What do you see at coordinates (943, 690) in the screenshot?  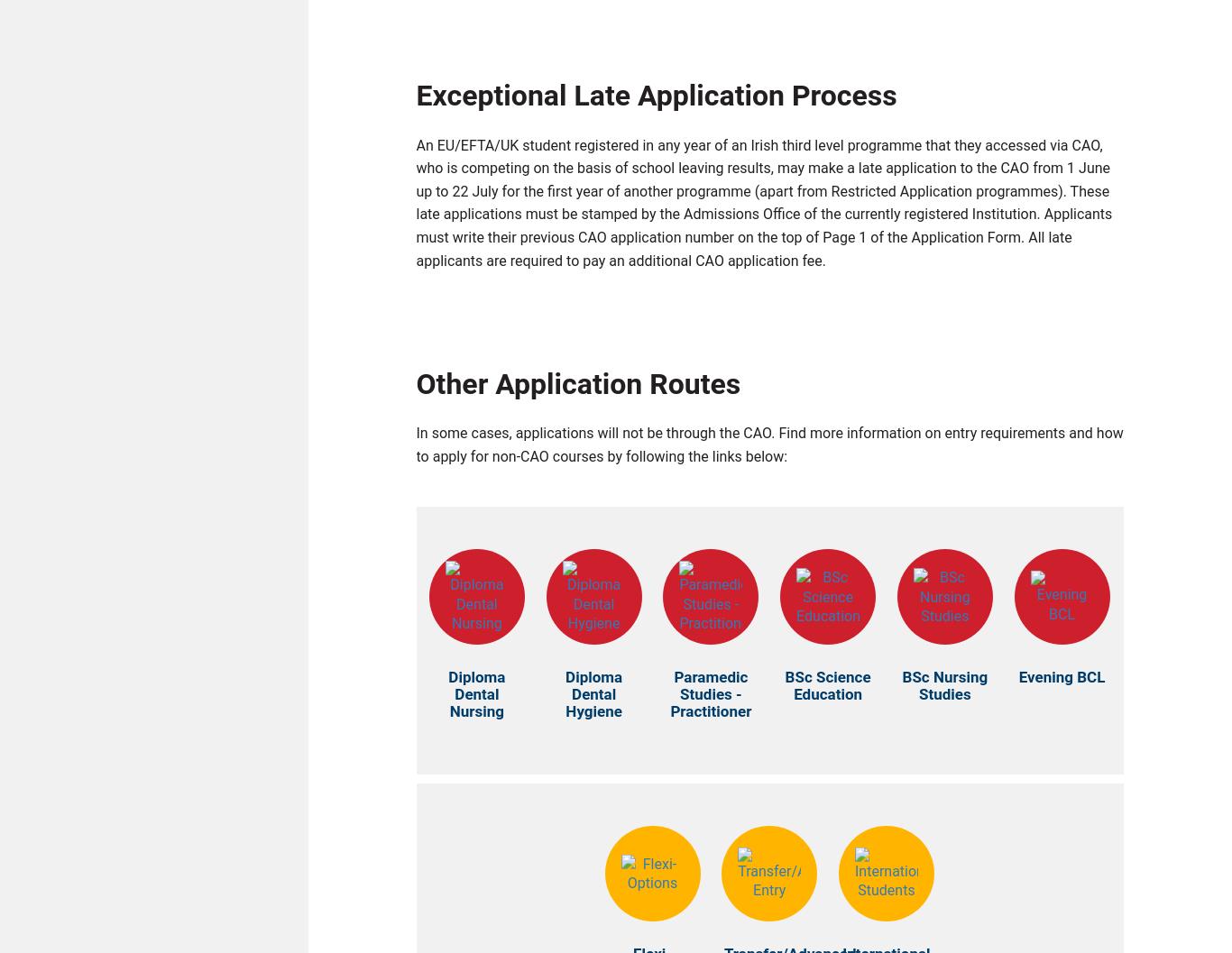 I see `'BSc Nursing Studies'` at bounding box center [943, 690].